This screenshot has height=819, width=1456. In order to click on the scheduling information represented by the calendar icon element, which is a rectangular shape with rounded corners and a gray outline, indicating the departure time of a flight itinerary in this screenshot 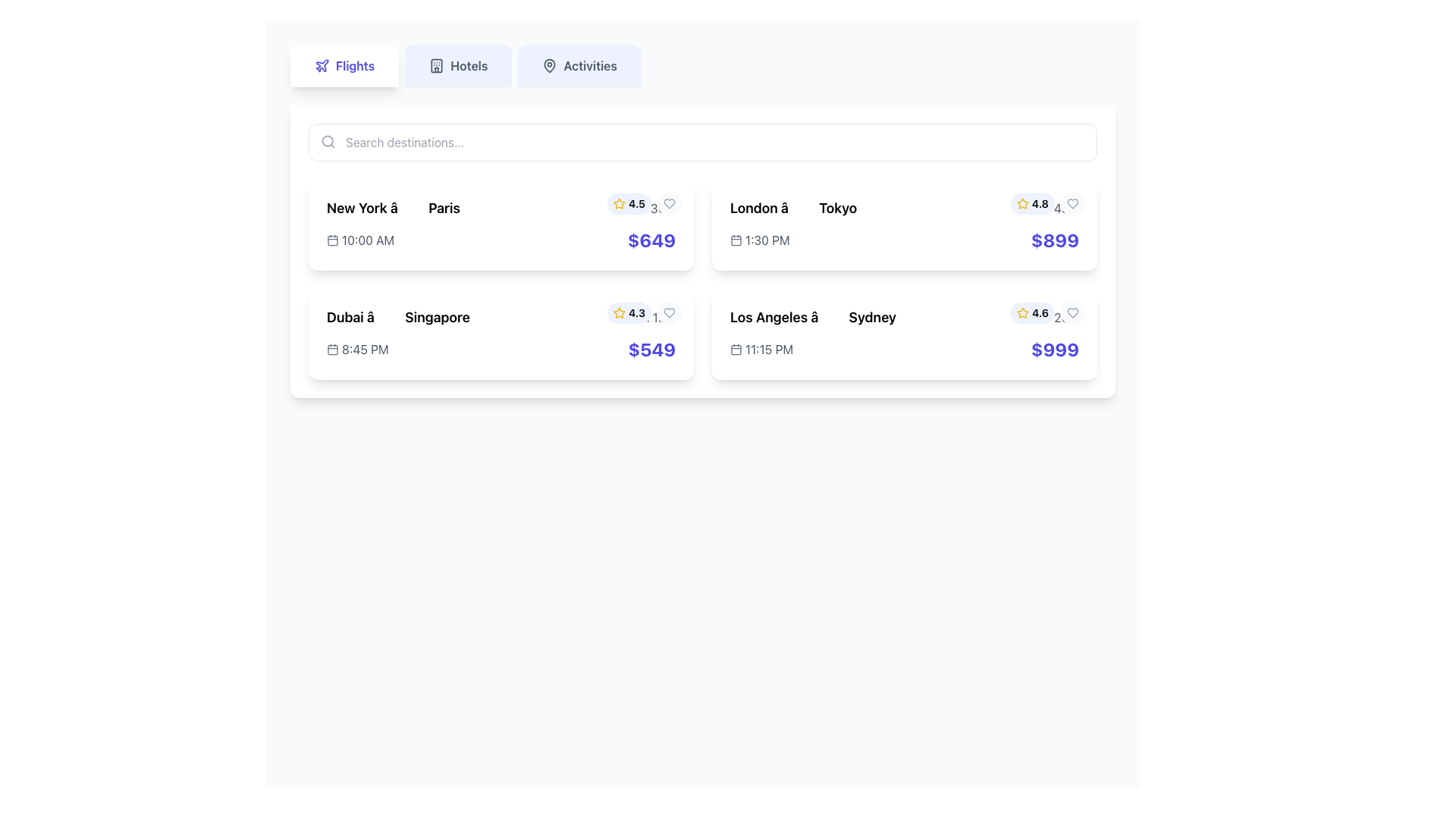, I will do `click(736, 239)`.